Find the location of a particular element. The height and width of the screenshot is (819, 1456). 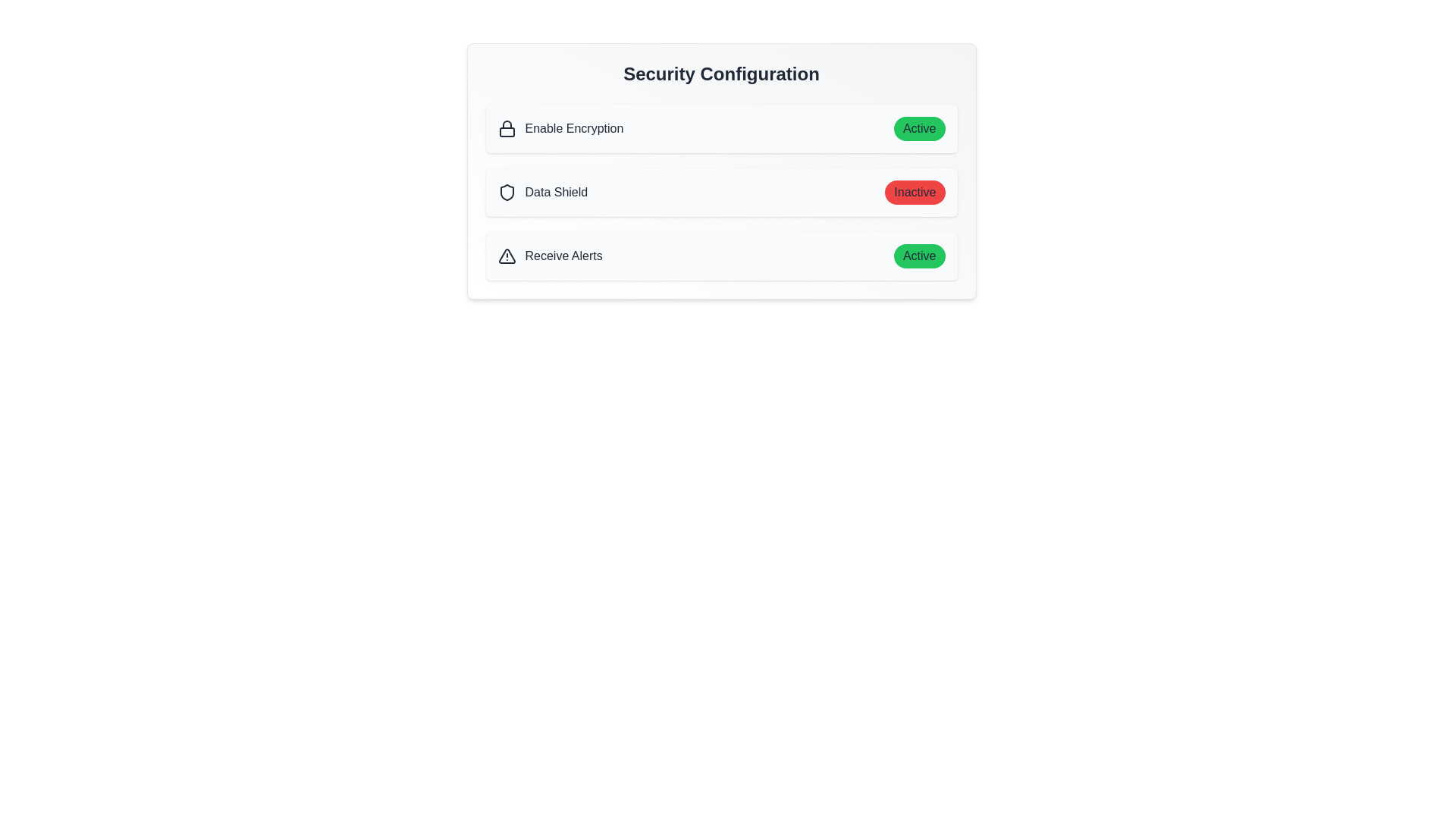

the 'Data Shield' List Item with State Indicator in the 'Security Configuration' section is located at coordinates (720, 192).